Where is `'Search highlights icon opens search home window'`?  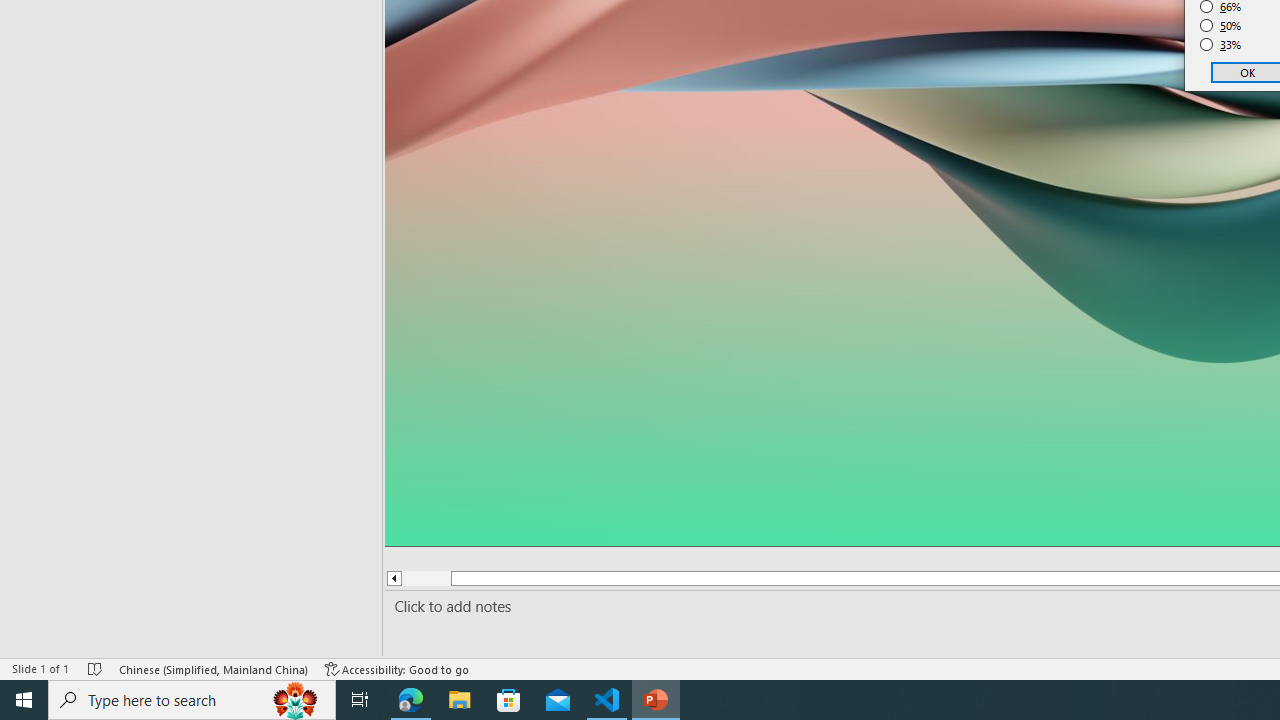 'Search highlights icon opens search home window' is located at coordinates (294, 698).